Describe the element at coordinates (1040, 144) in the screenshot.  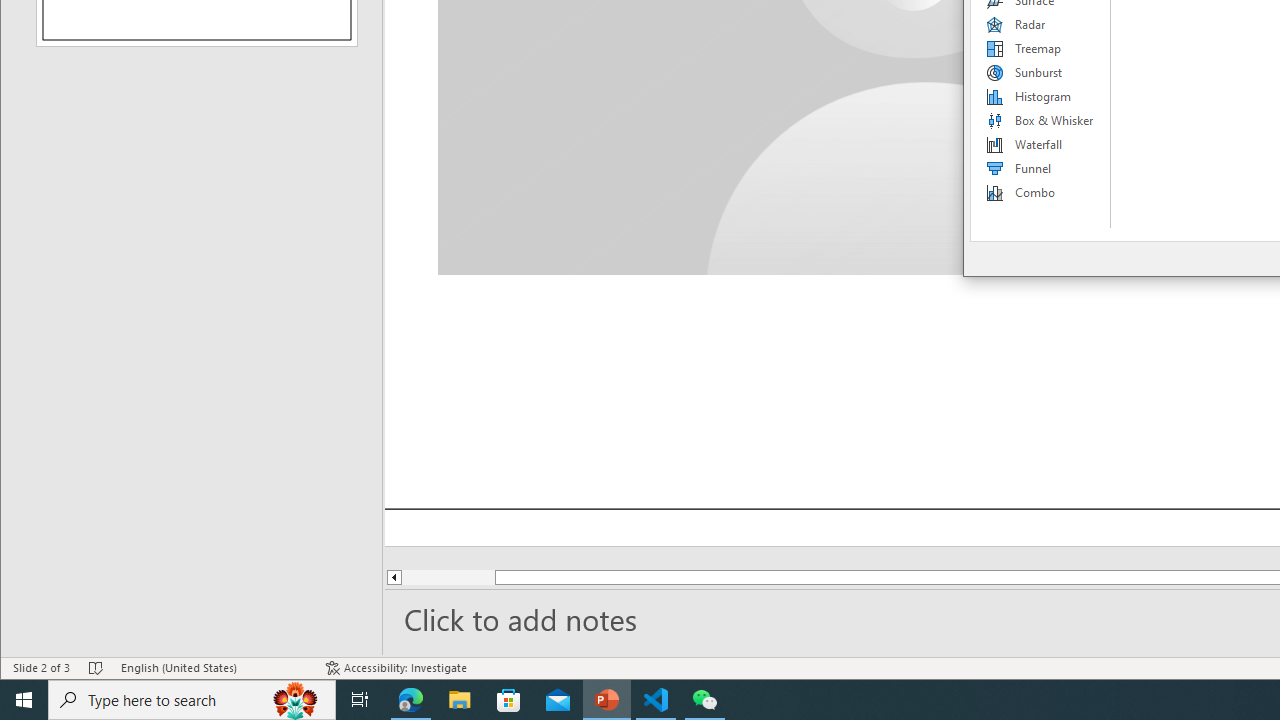
I see `'Waterfall'` at that location.